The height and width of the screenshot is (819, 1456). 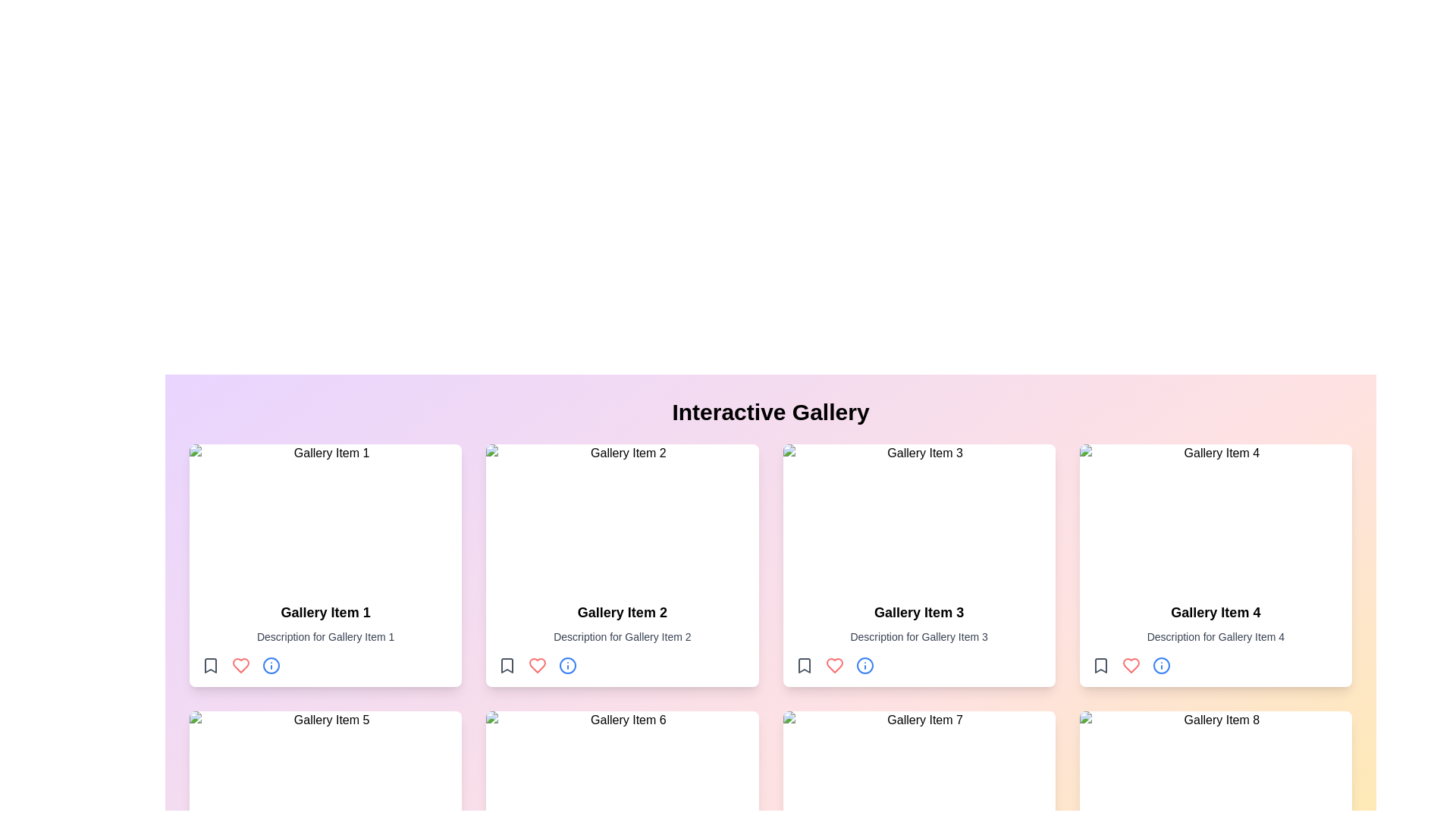 I want to click on the decorative Circle SVG element that is part of the info icon beneath 'Gallery Item 1' in the Interactive Gallery interface for design purposes, so click(x=271, y=665).